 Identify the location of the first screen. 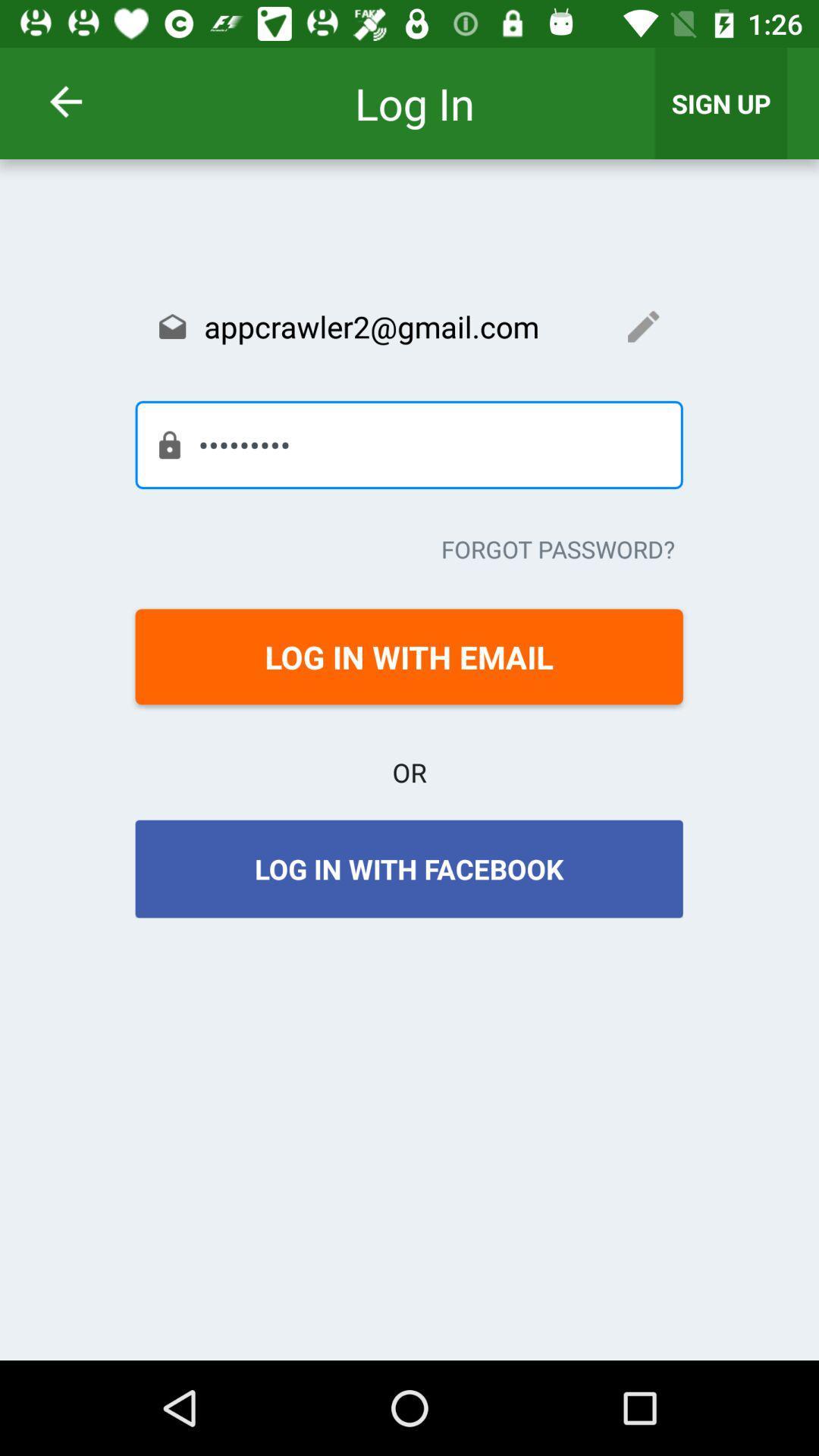
(86, 101).